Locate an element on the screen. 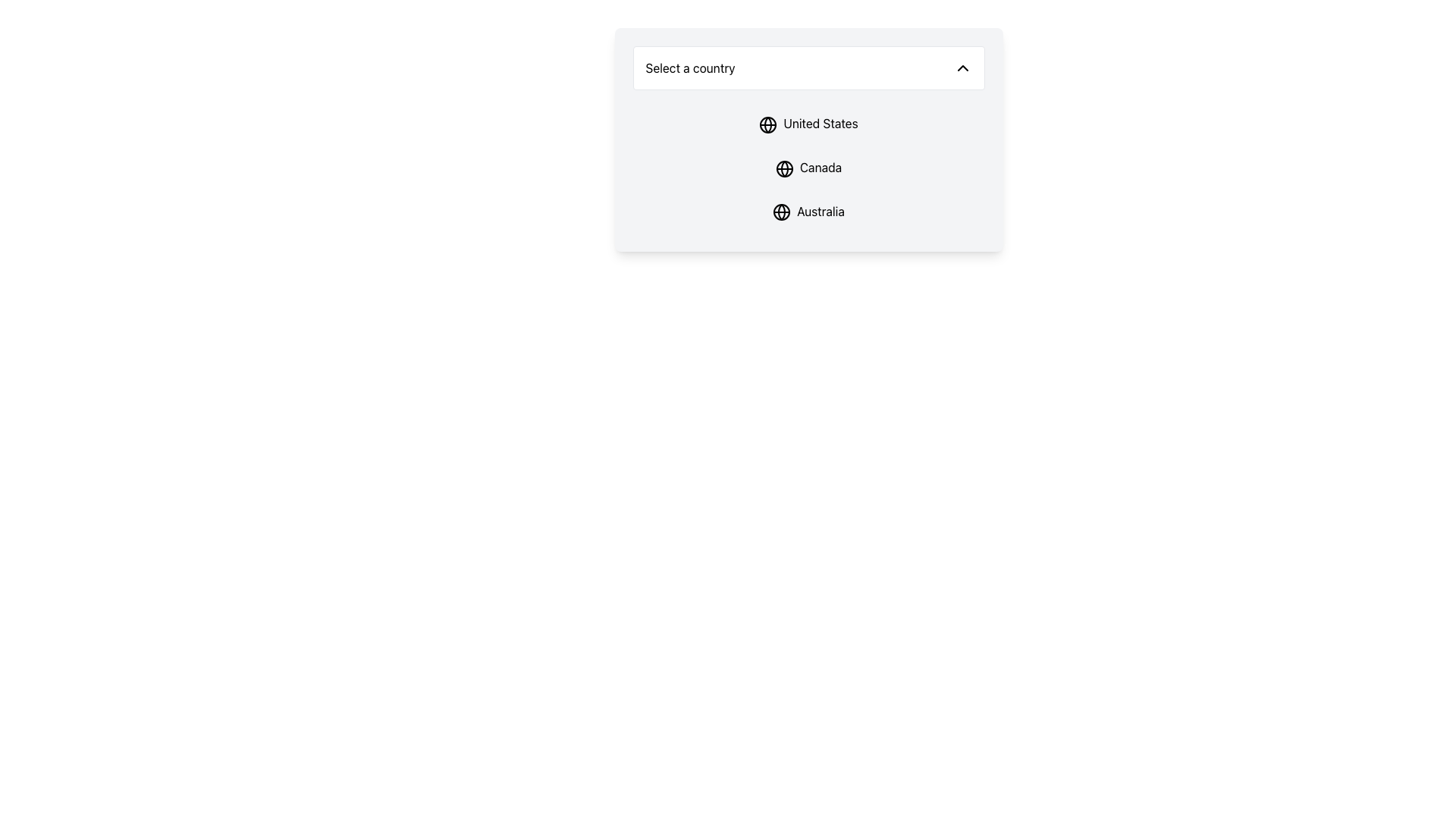 This screenshot has height=819, width=1456. to select the 'Canada' option in the dropdown menu, which is the second item in the list of country options is located at coordinates (808, 168).